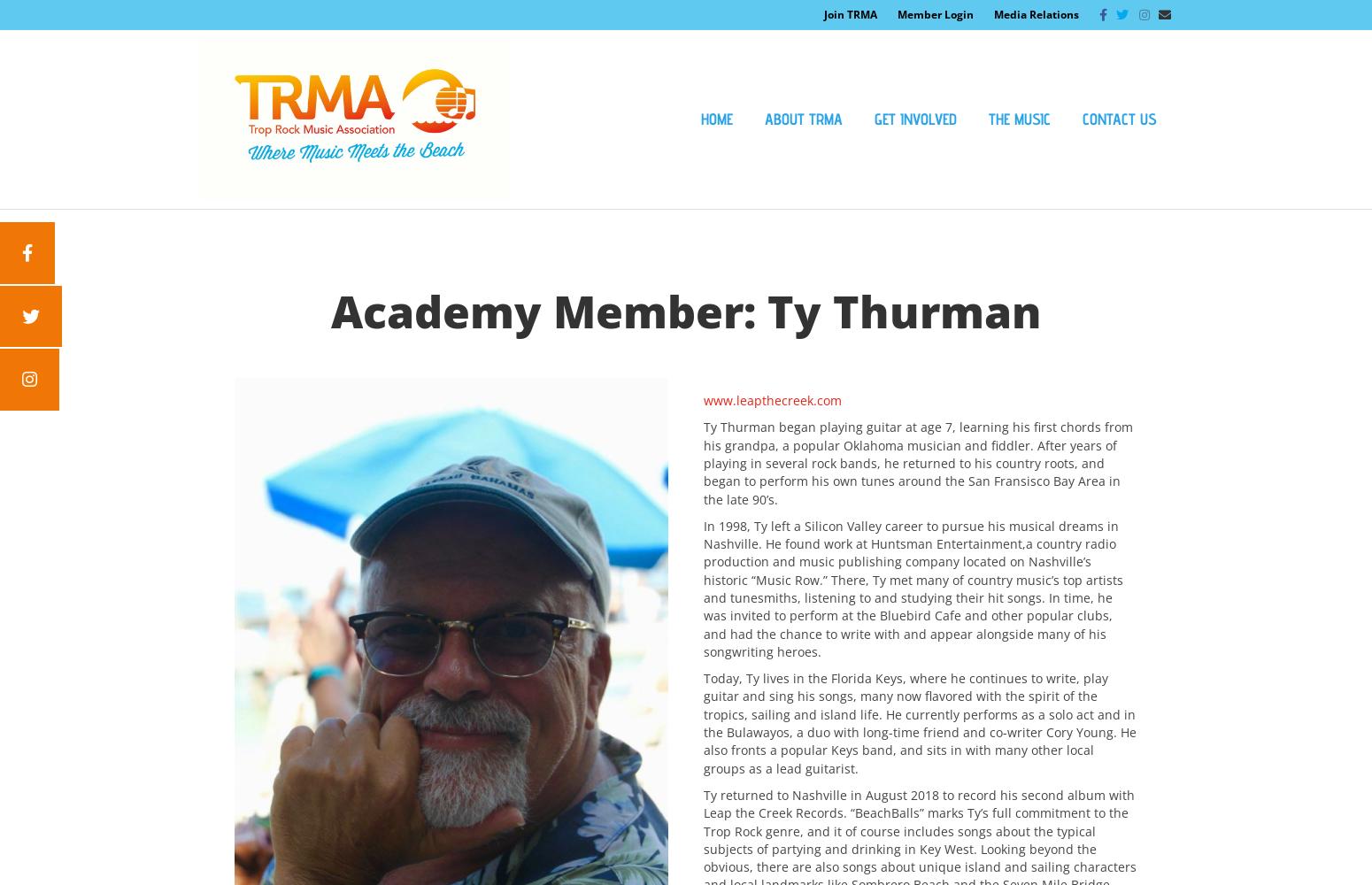 The width and height of the screenshot is (1372, 885). Describe the element at coordinates (920, 722) in the screenshot. I see `'Today, Ty lives in the Florida Keys, where he continues to write, play guitar and sing his songs, many now flavored with the spirit of the tropics, sailing and island life.  He currently performs as a solo act and in the Bulawayos, a duo with long-time friend and co-writer Cory Young.  He also fronts a popular Keys band, and sits in with many other local groups as a lead guitarist.'` at that location.